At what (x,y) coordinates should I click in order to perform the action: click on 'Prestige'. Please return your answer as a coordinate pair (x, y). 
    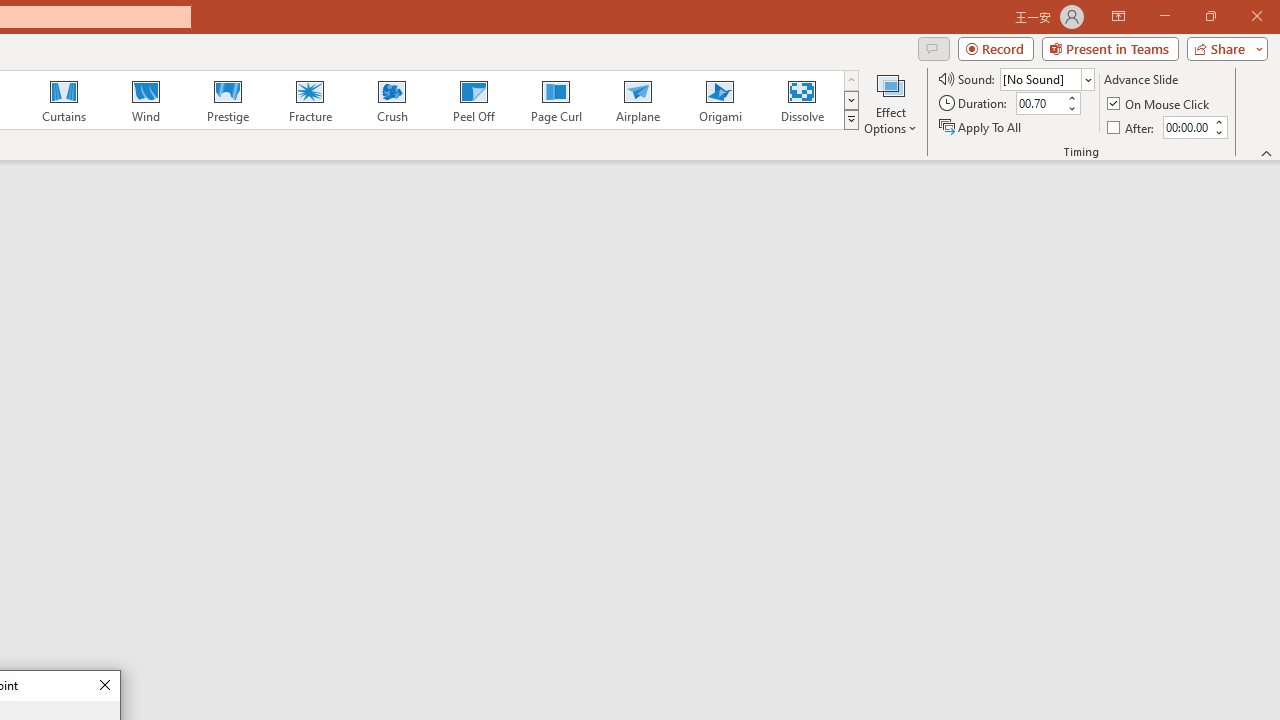
    Looking at the image, I should click on (227, 100).